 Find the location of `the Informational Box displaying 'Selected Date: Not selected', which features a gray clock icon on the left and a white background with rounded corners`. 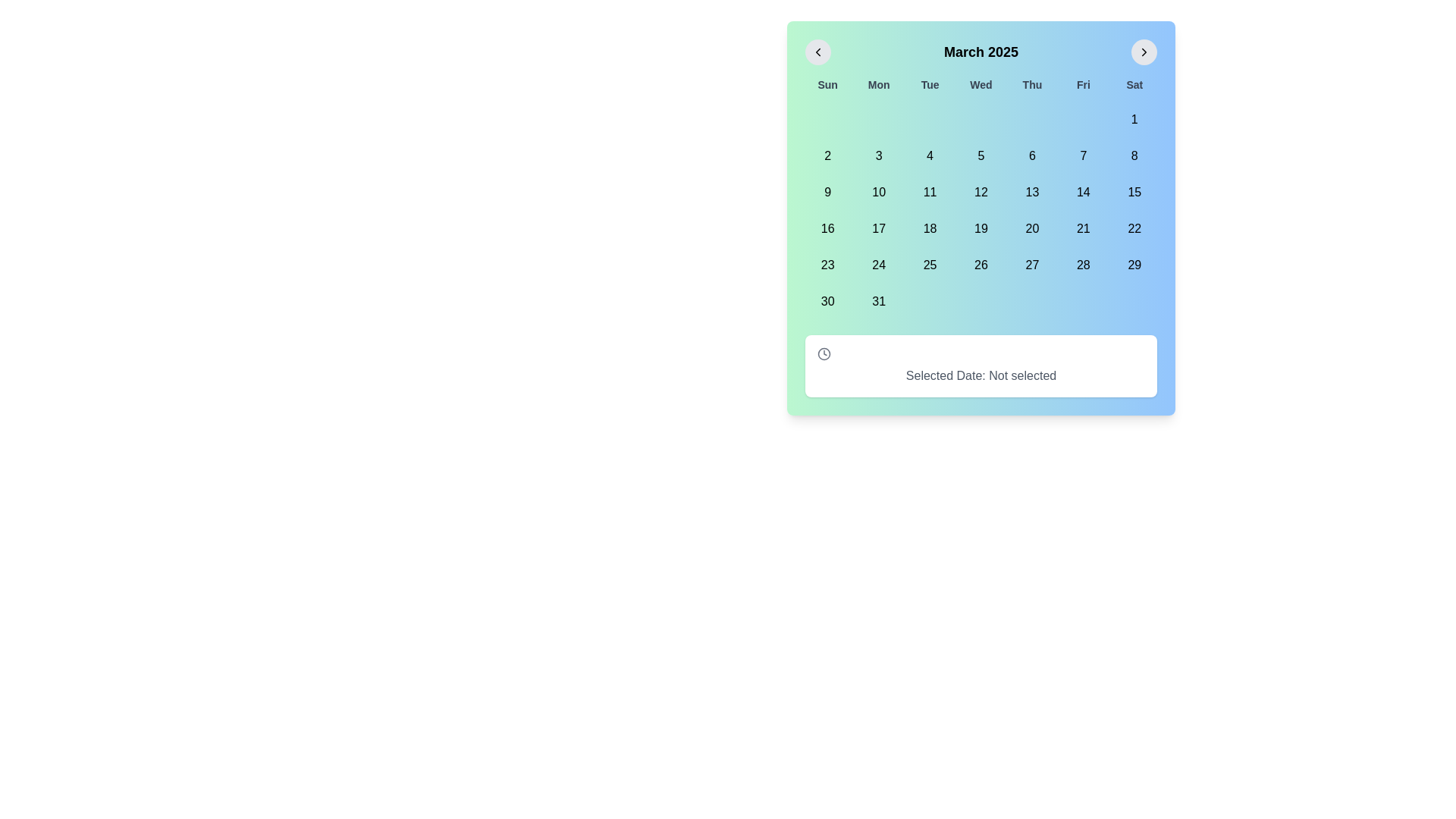

the Informational Box displaying 'Selected Date: Not selected', which features a gray clock icon on the left and a white background with rounded corners is located at coordinates (981, 366).